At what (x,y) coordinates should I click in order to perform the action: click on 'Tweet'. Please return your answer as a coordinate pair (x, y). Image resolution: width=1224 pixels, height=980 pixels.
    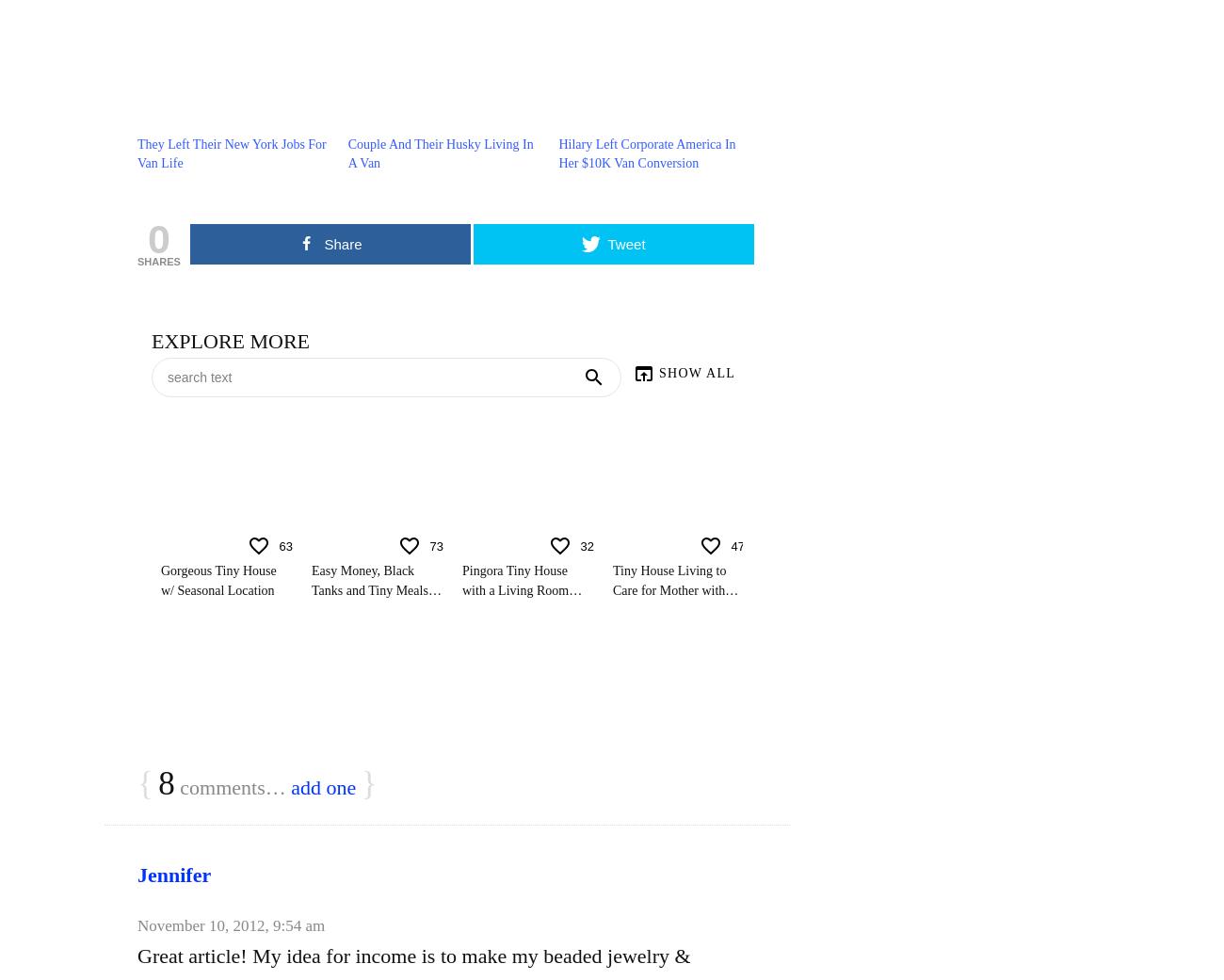
    Looking at the image, I should click on (607, 243).